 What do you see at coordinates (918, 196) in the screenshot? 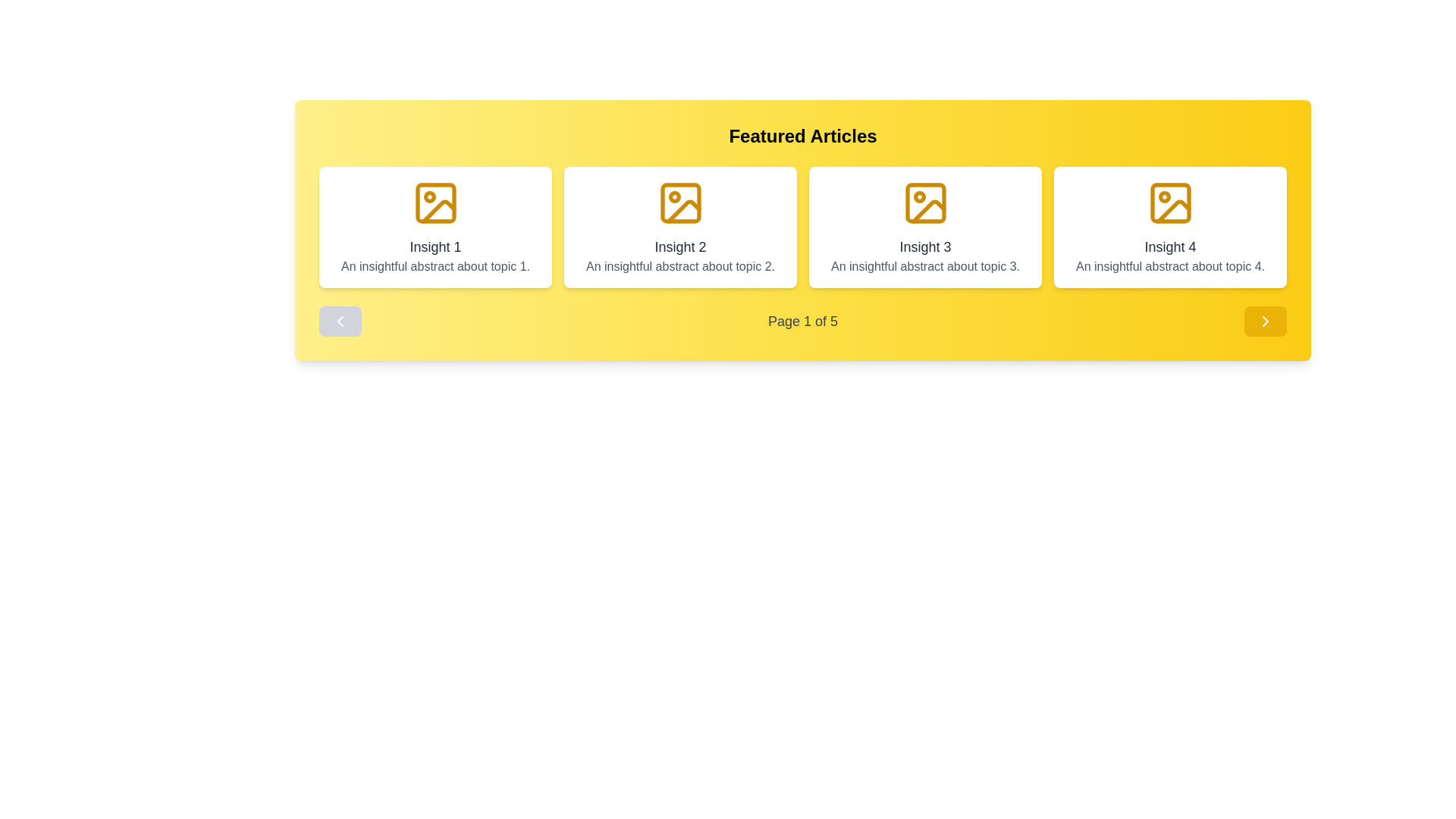
I see `the small golden circle decoration within the 'Insight 3' icon, which is the third icon in a sequence of four` at bounding box center [918, 196].